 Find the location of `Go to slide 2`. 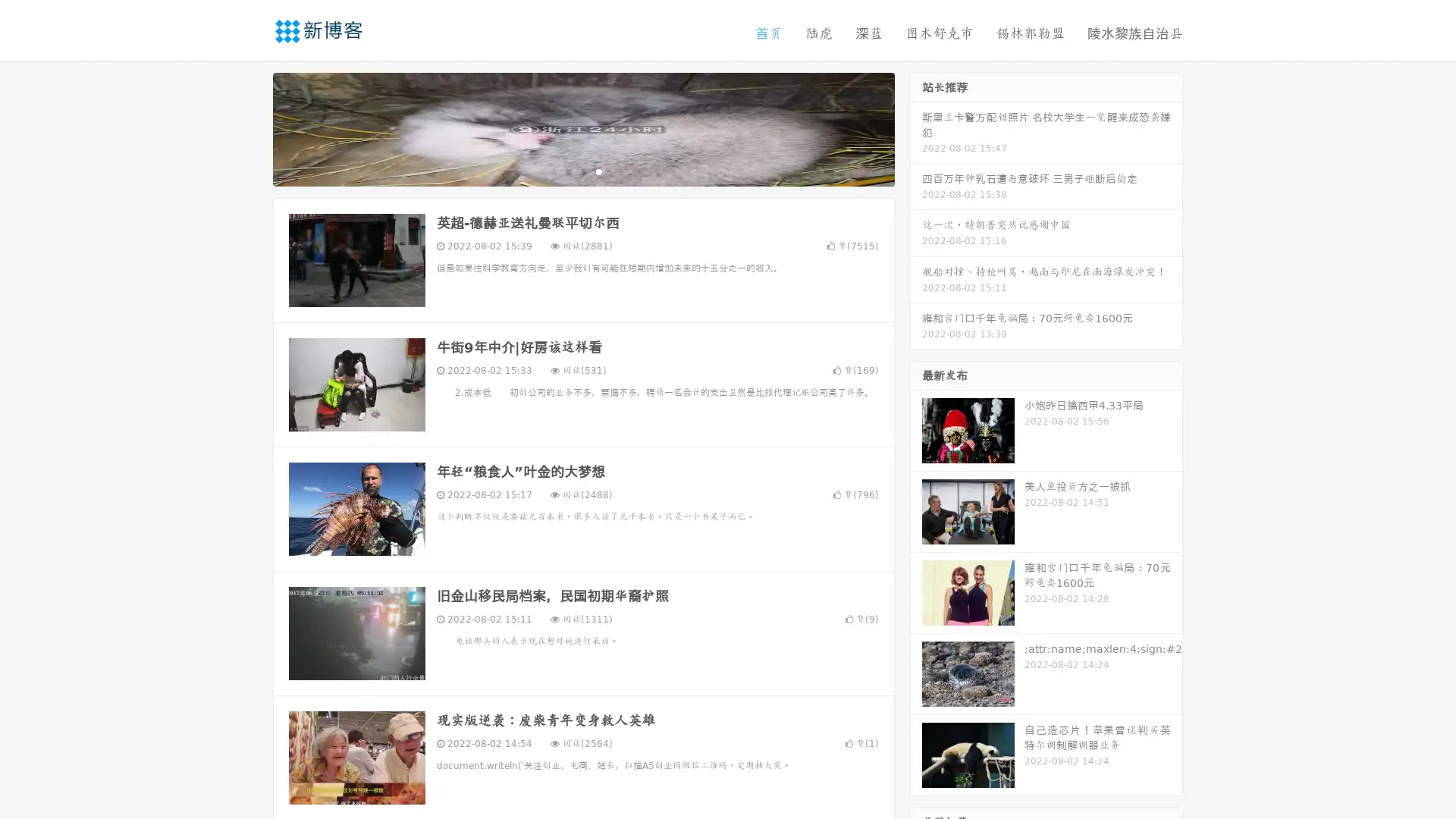

Go to slide 2 is located at coordinates (582, 171).